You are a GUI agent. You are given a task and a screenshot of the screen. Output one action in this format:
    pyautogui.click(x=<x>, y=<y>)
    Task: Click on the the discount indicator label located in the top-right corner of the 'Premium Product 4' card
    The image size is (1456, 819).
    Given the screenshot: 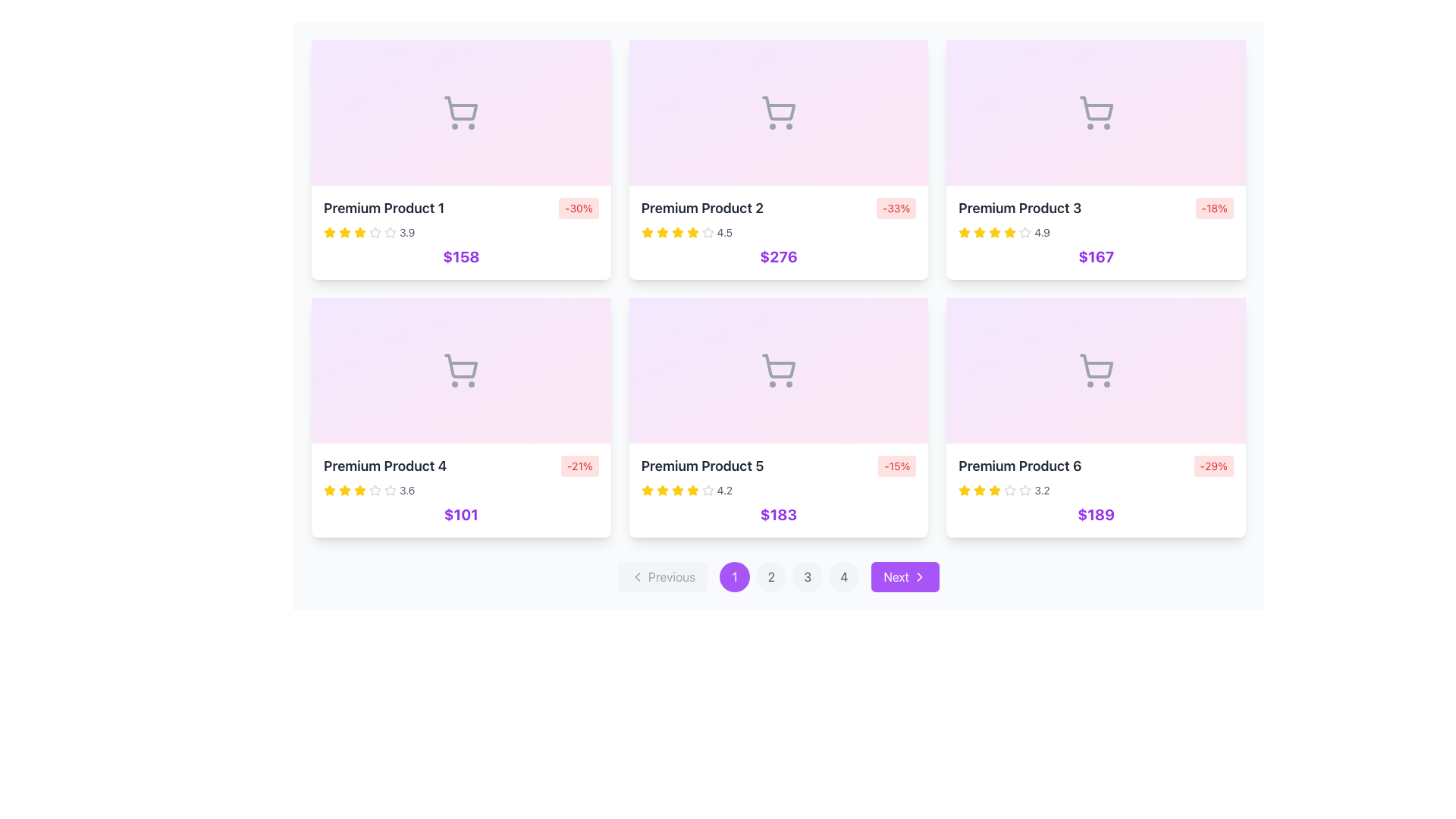 What is the action you would take?
    pyautogui.click(x=579, y=465)
    